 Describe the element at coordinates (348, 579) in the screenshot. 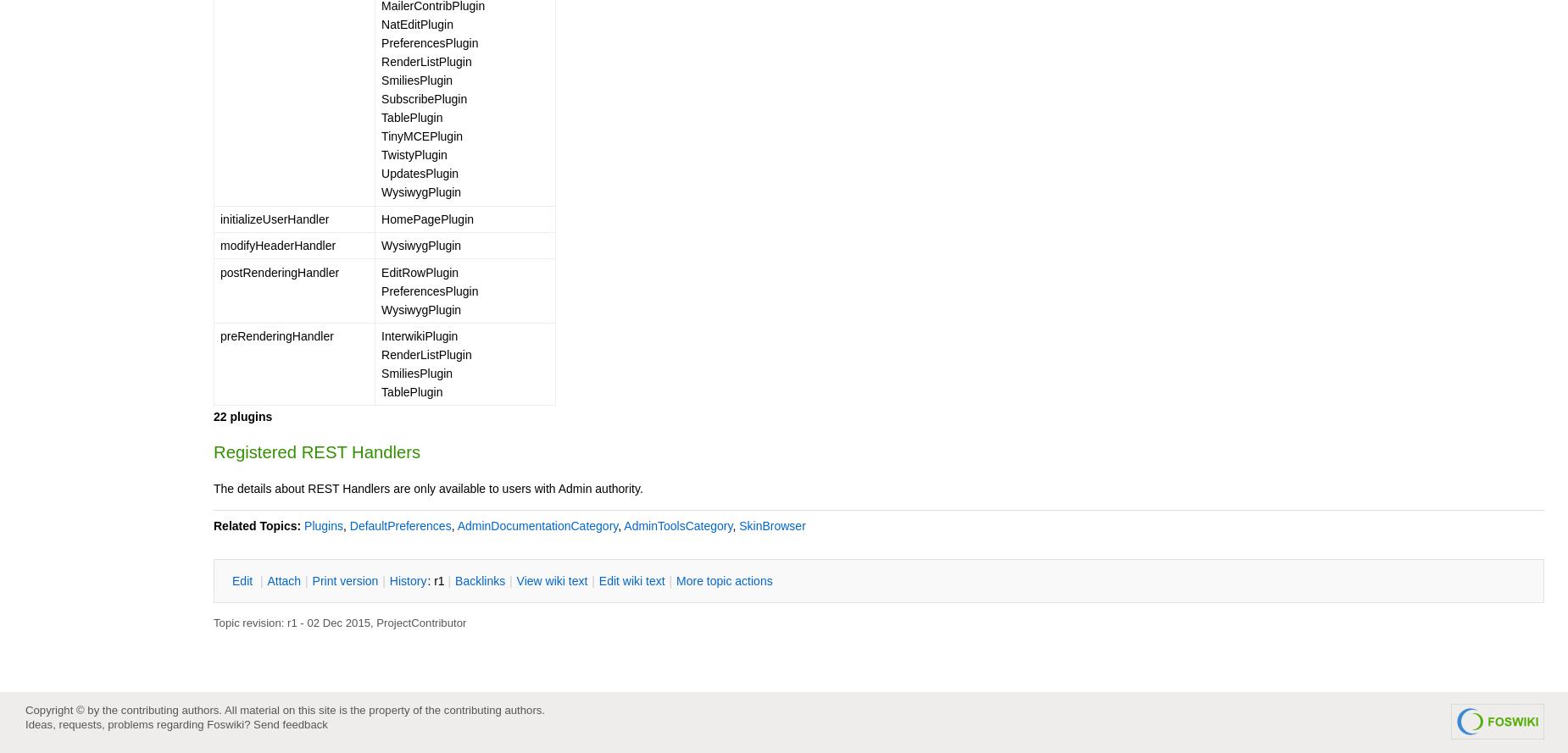

I see `'rint version'` at that location.